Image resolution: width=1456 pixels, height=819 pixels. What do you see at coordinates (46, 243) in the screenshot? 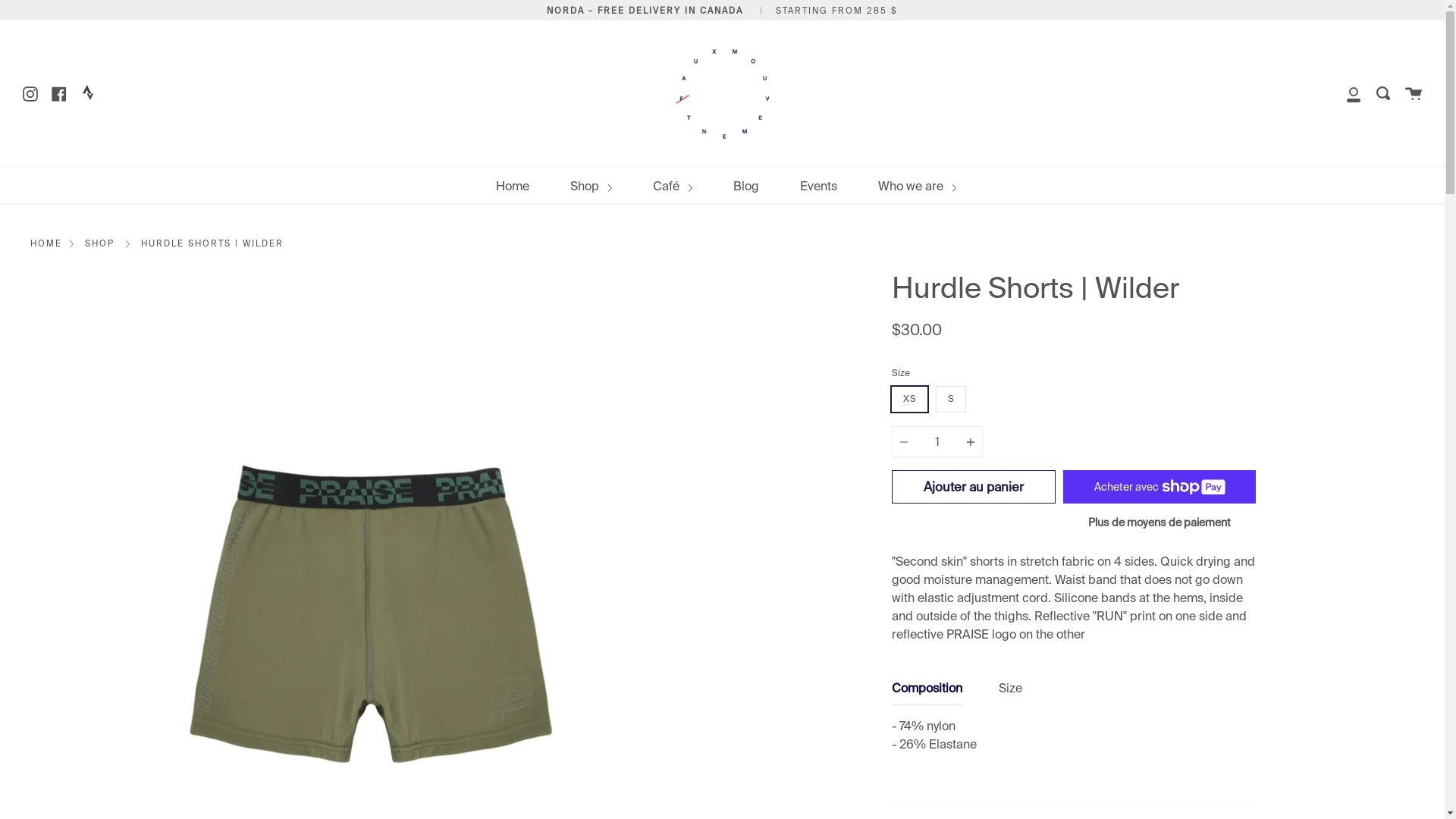
I see `'HOME'` at bounding box center [46, 243].